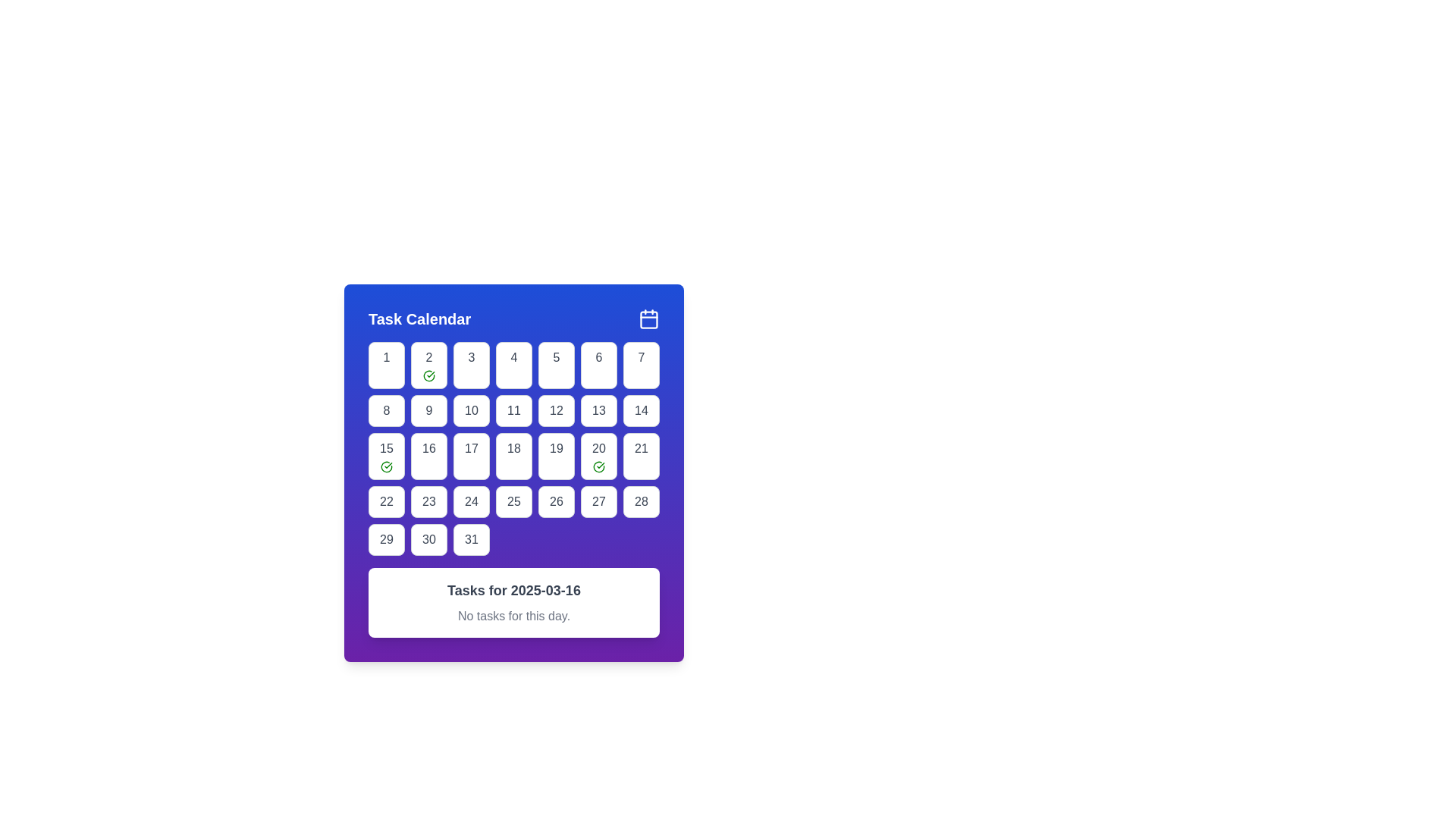 This screenshot has width=1456, height=819. I want to click on the text '3' which is styled in bold and centered within a square button in the 'Task Calendar' modal, so click(471, 357).